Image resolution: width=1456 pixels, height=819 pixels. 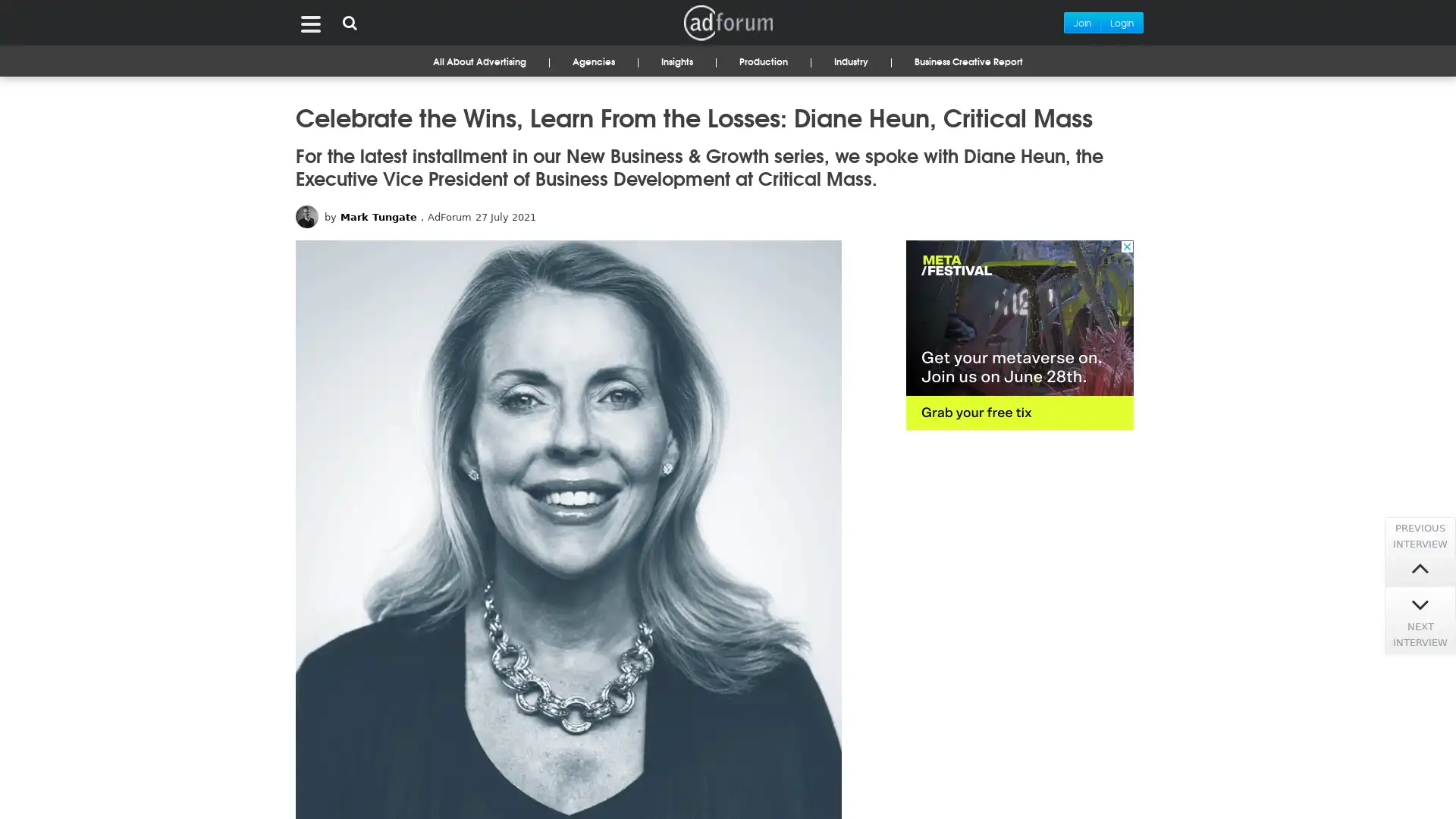 I want to click on Join, so click(x=1081, y=23).